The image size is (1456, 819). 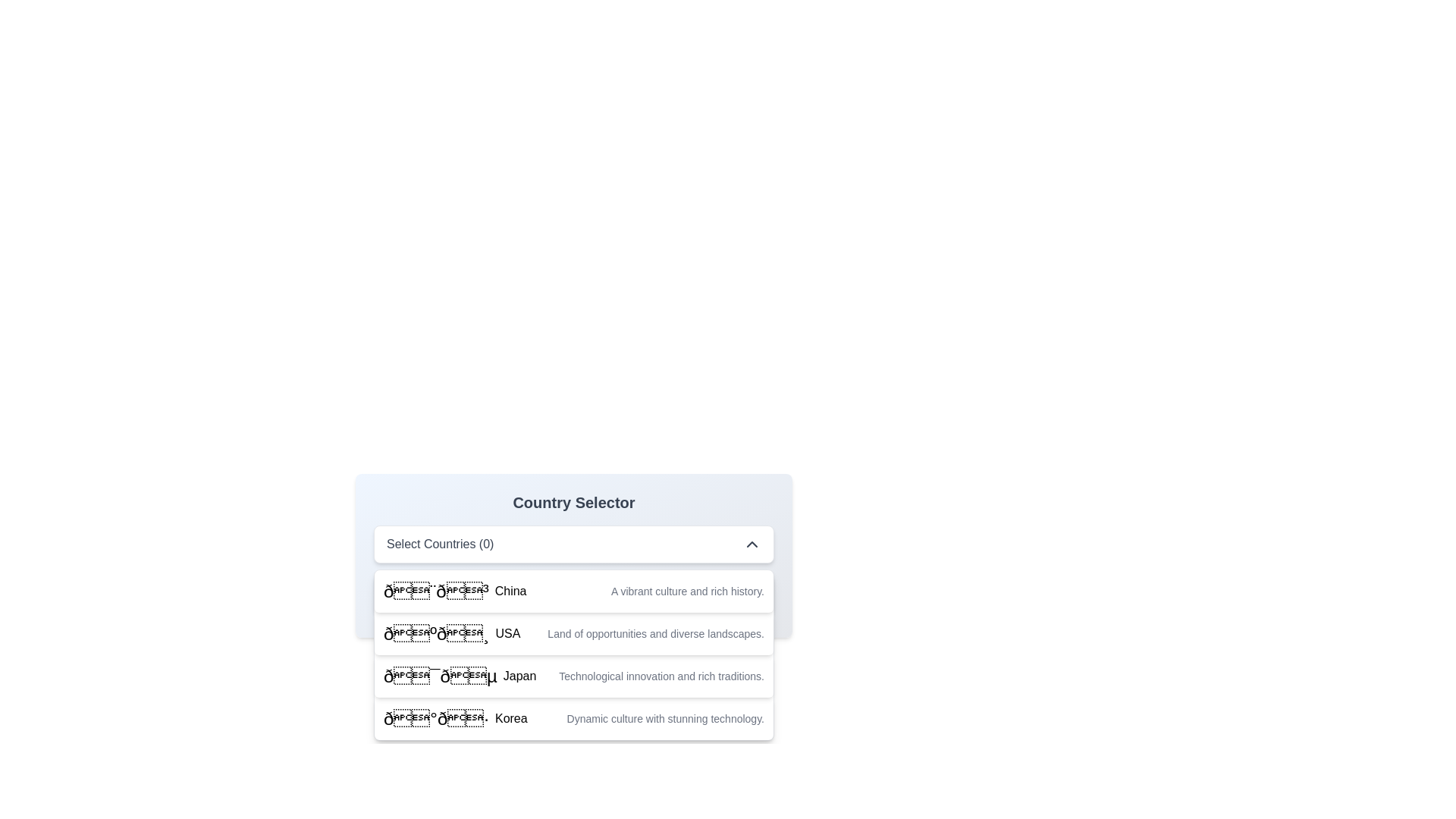 I want to click on the static text providing descriptive information about 'USA' in the country selection interface, located directly below the label with an emoji flag, so click(x=656, y=634).